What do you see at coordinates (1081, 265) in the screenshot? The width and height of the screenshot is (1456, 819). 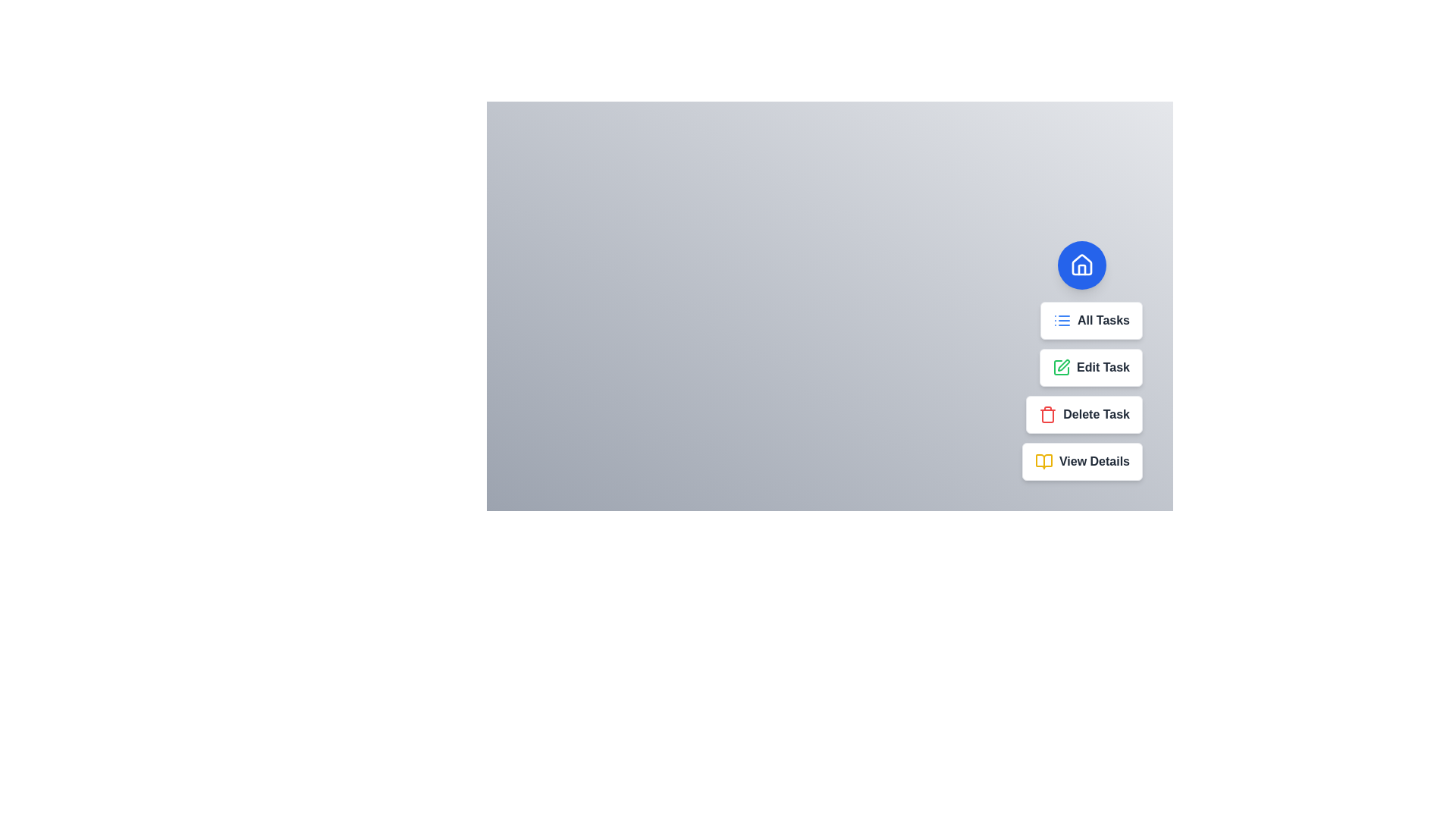 I see `the speed dial button to toggle the menu visibility` at bounding box center [1081, 265].